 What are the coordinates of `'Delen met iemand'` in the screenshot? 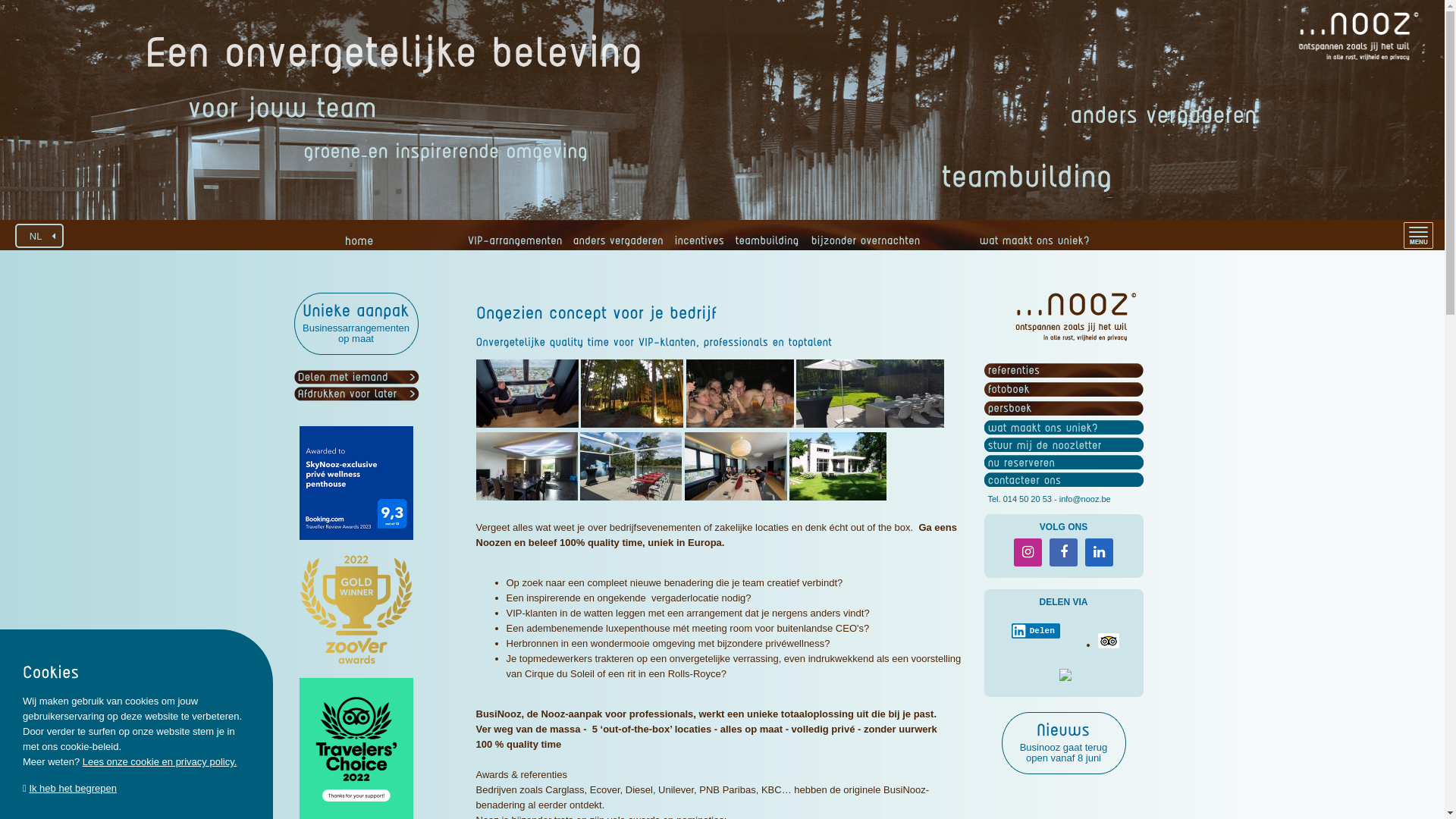 It's located at (341, 376).